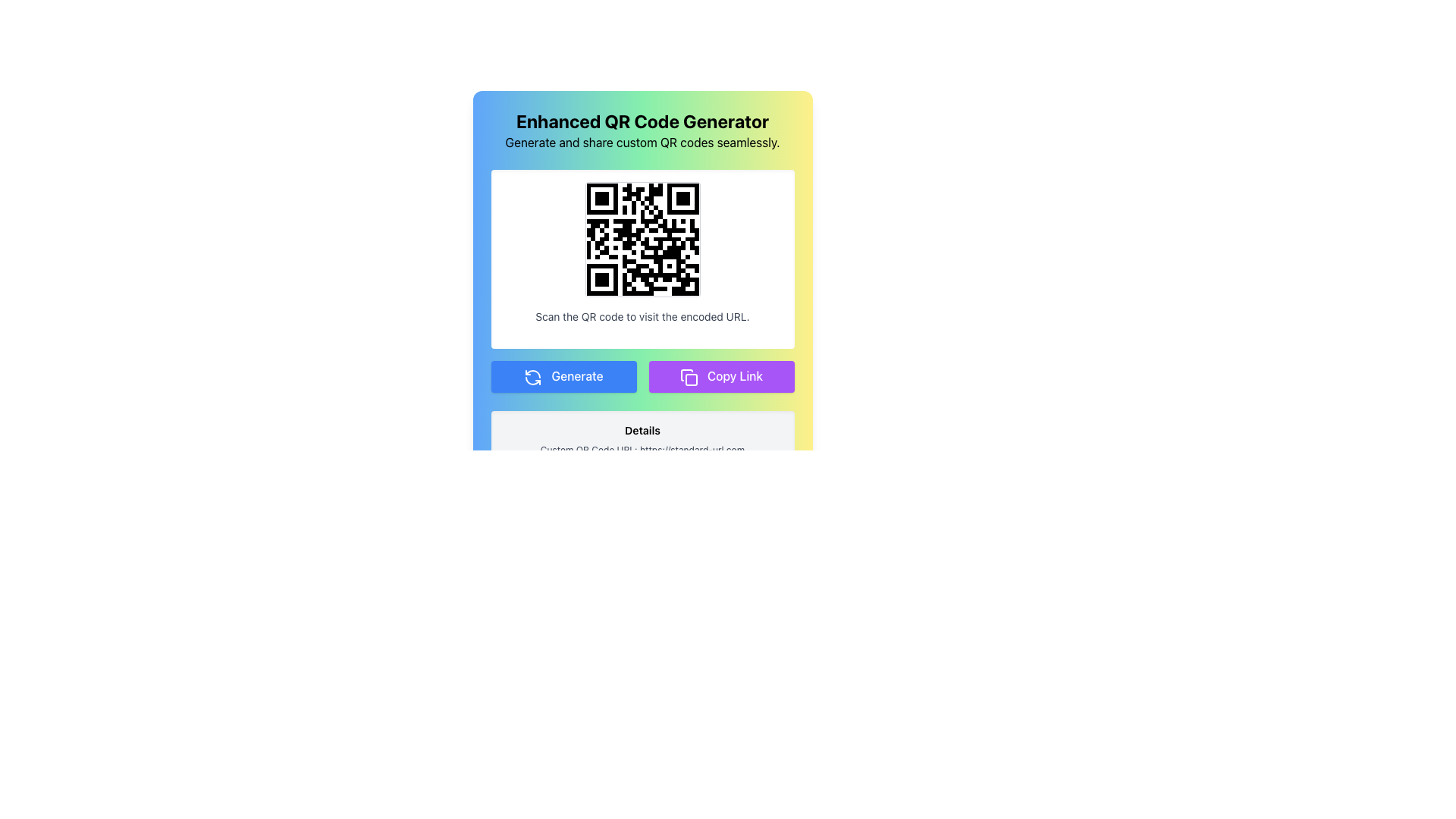 The image size is (1456, 819). I want to click on title text label located at the top center of the interface, which indicates the main purpose of the QR code generation application, so click(642, 120).